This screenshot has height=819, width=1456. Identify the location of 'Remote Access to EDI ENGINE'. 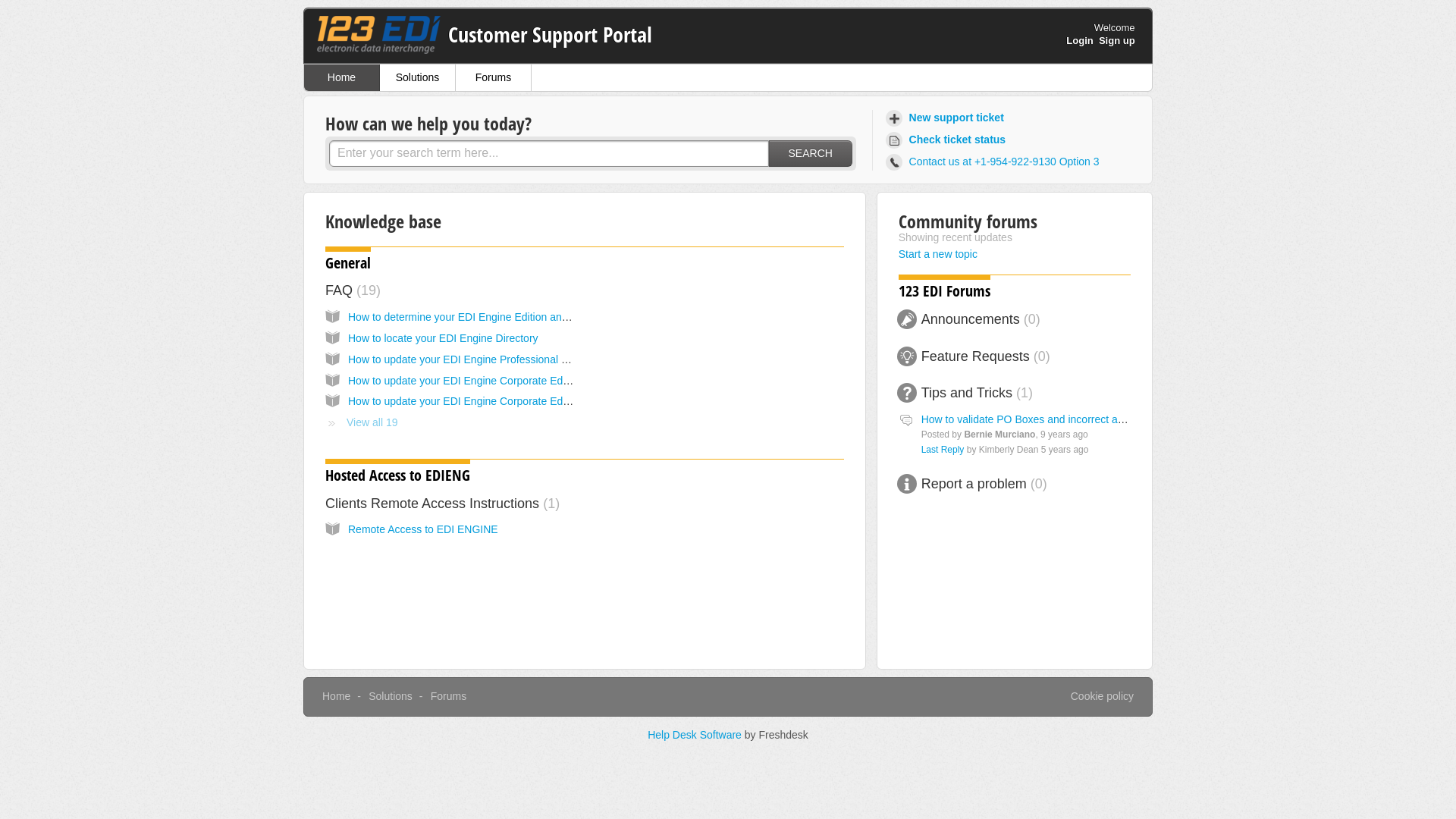
(422, 529).